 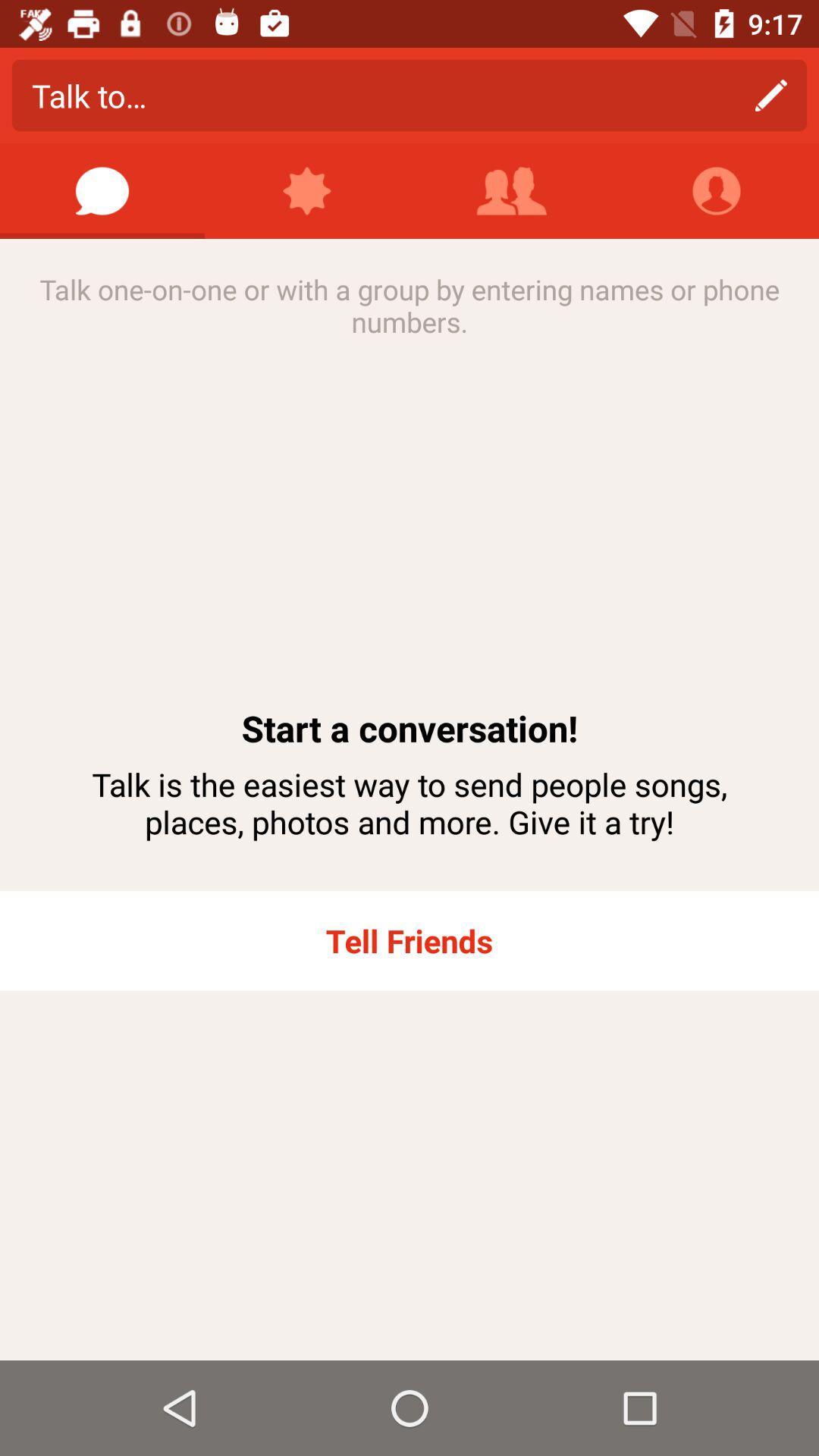 I want to click on the app below talk is the, so click(x=409, y=940).